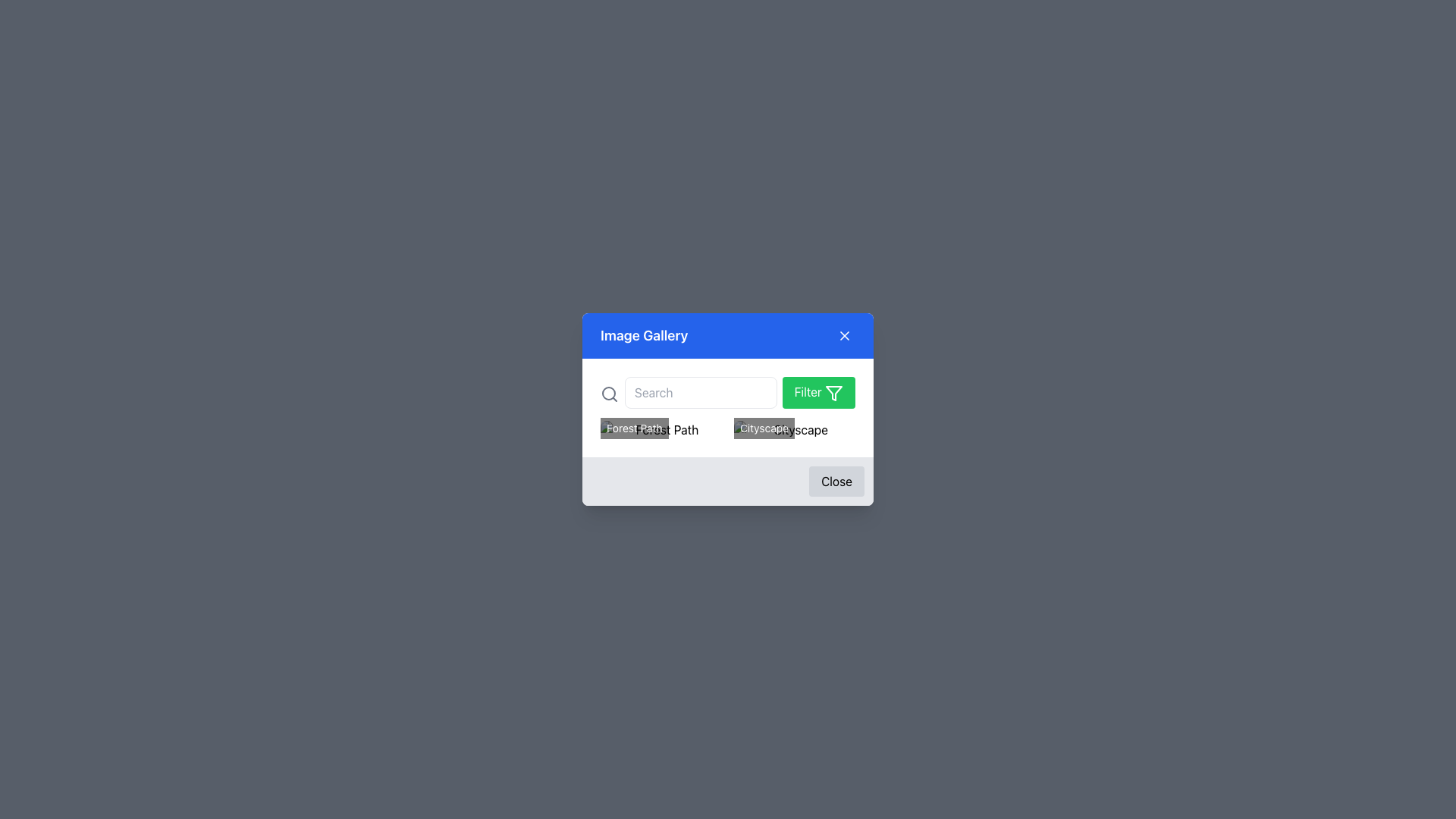  What do you see at coordinates (817, 391) in the screenshot?
I see `the 'Filter' button with a bold green background and white text, located in the 'Image Gallery' dialog box for keyboard interaction` at bounding box center [817, 391].